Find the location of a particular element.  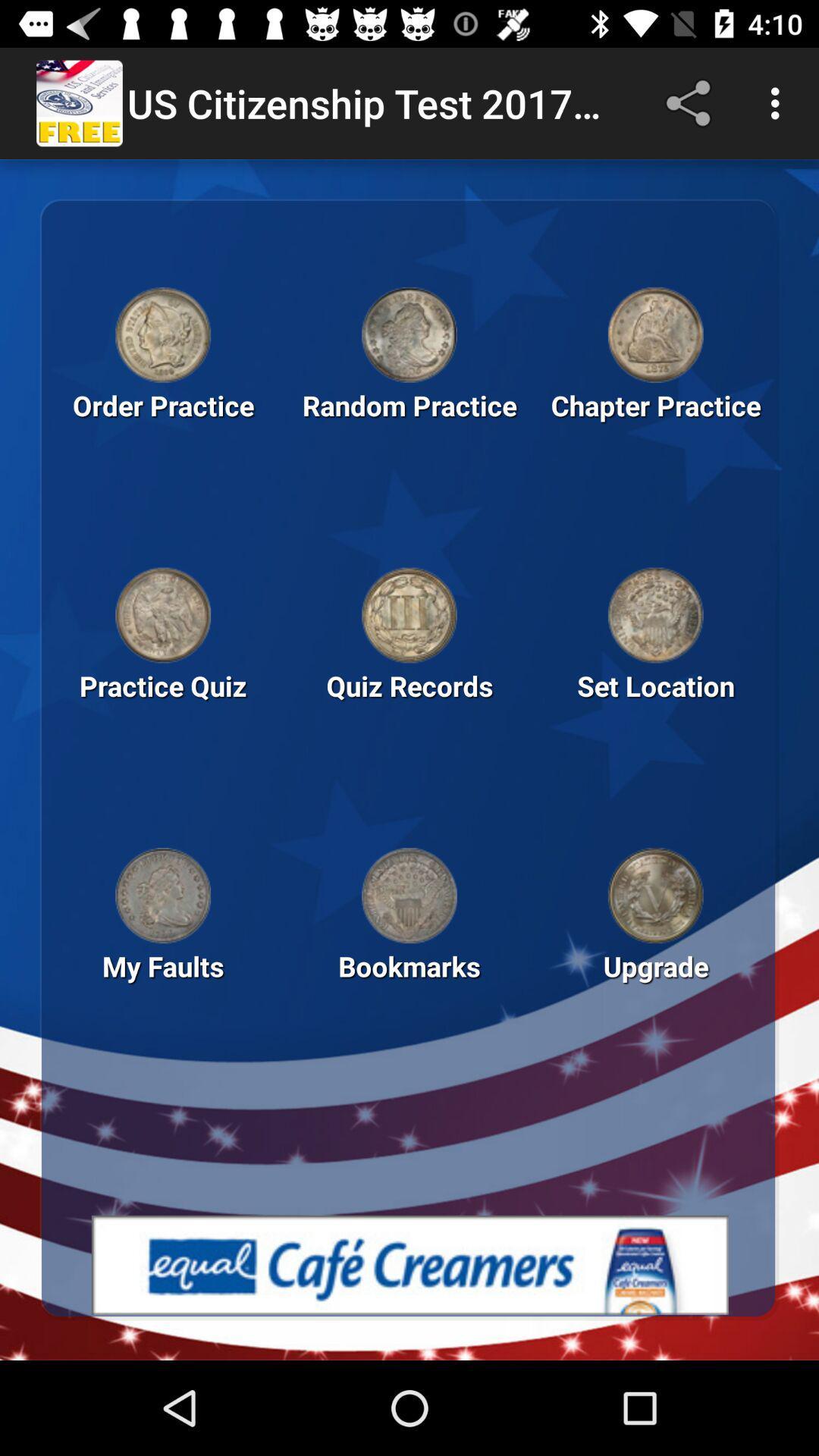

the coin which is above the random practice text is located at coordinates (409, 334).